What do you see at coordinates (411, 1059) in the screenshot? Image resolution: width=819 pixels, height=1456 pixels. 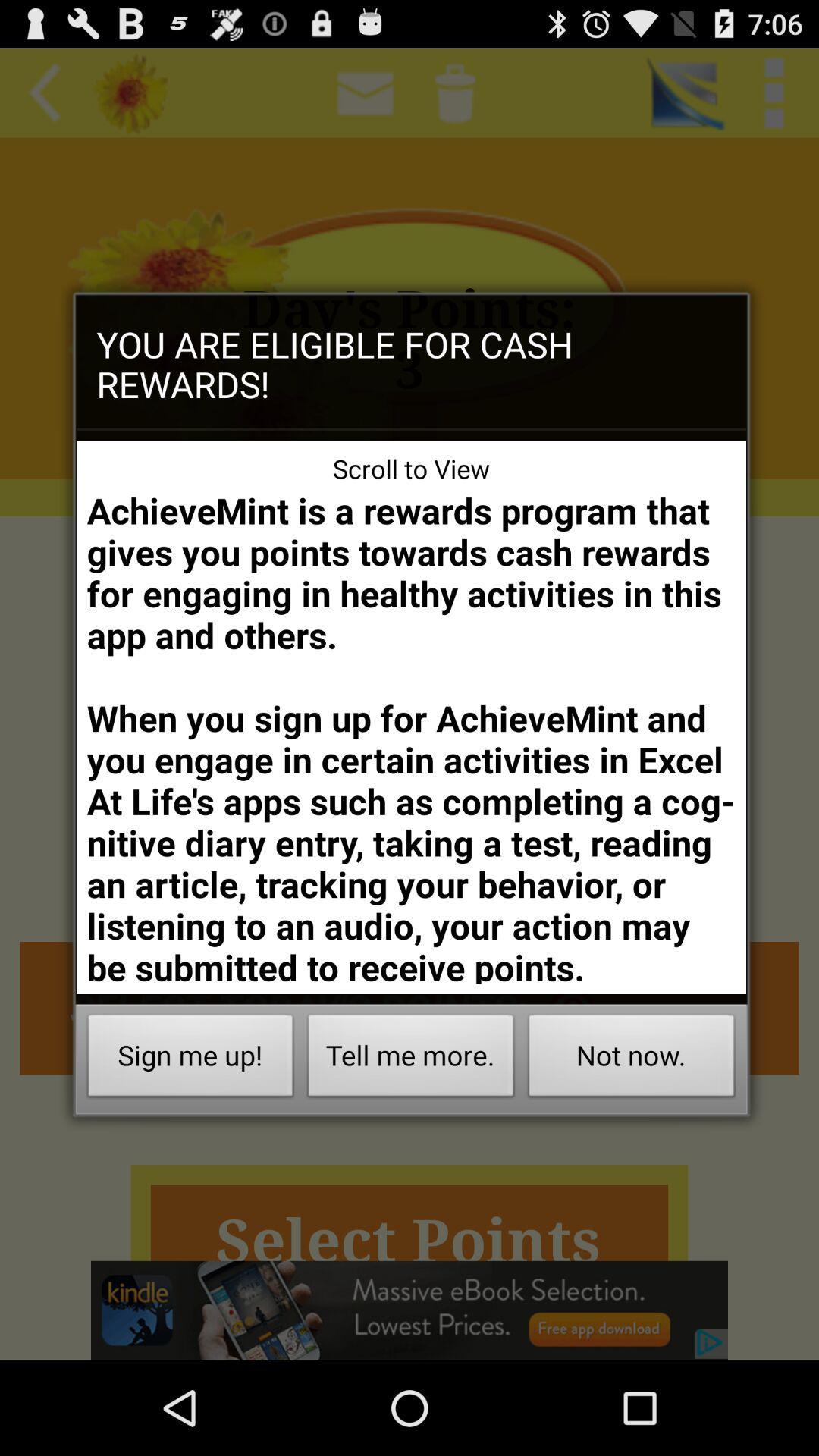 I see `tell me more. button` at bounding box center [411, 1059].